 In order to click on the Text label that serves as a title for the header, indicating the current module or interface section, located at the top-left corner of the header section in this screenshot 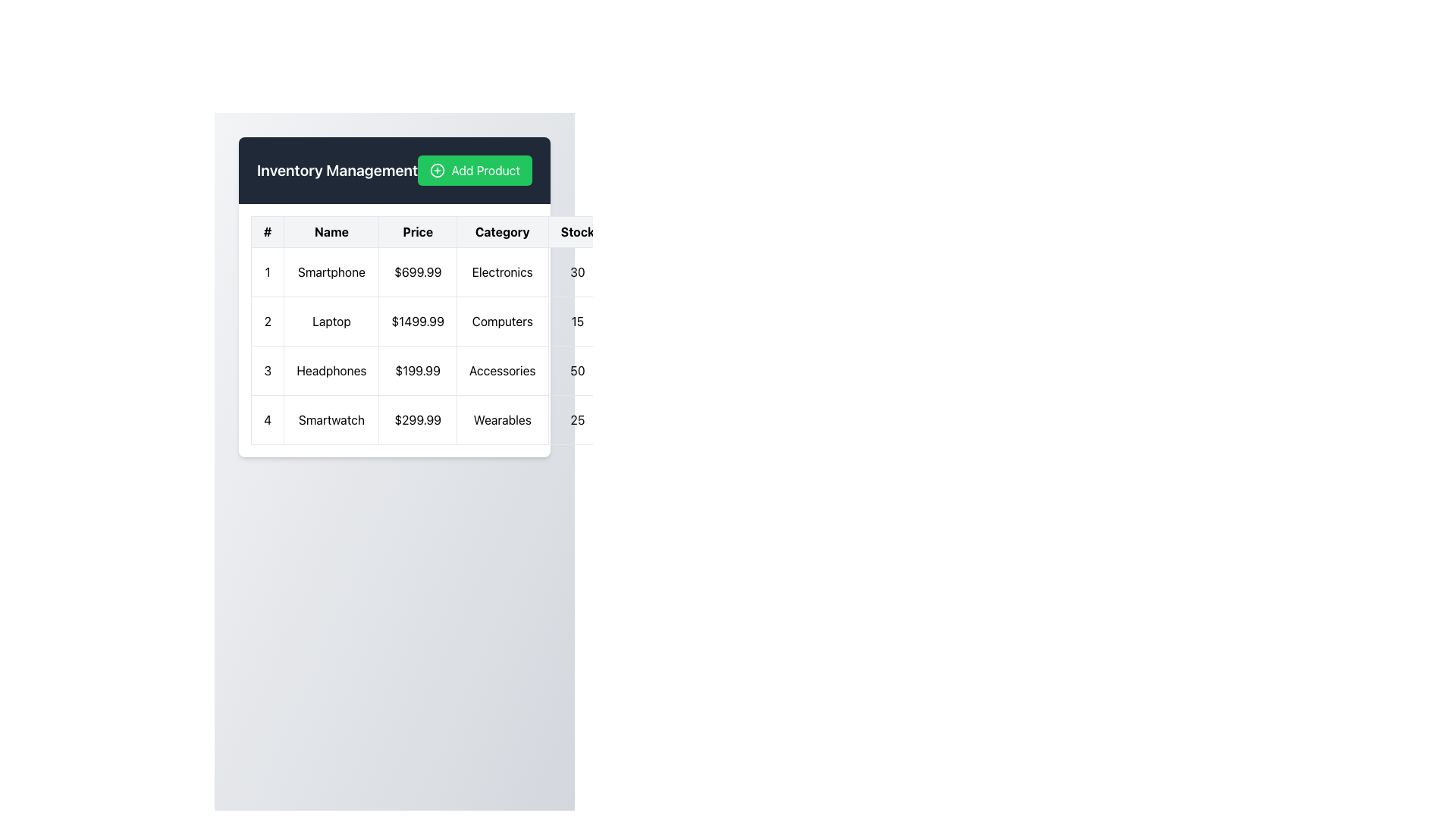, I will do `click(337, 170)`.